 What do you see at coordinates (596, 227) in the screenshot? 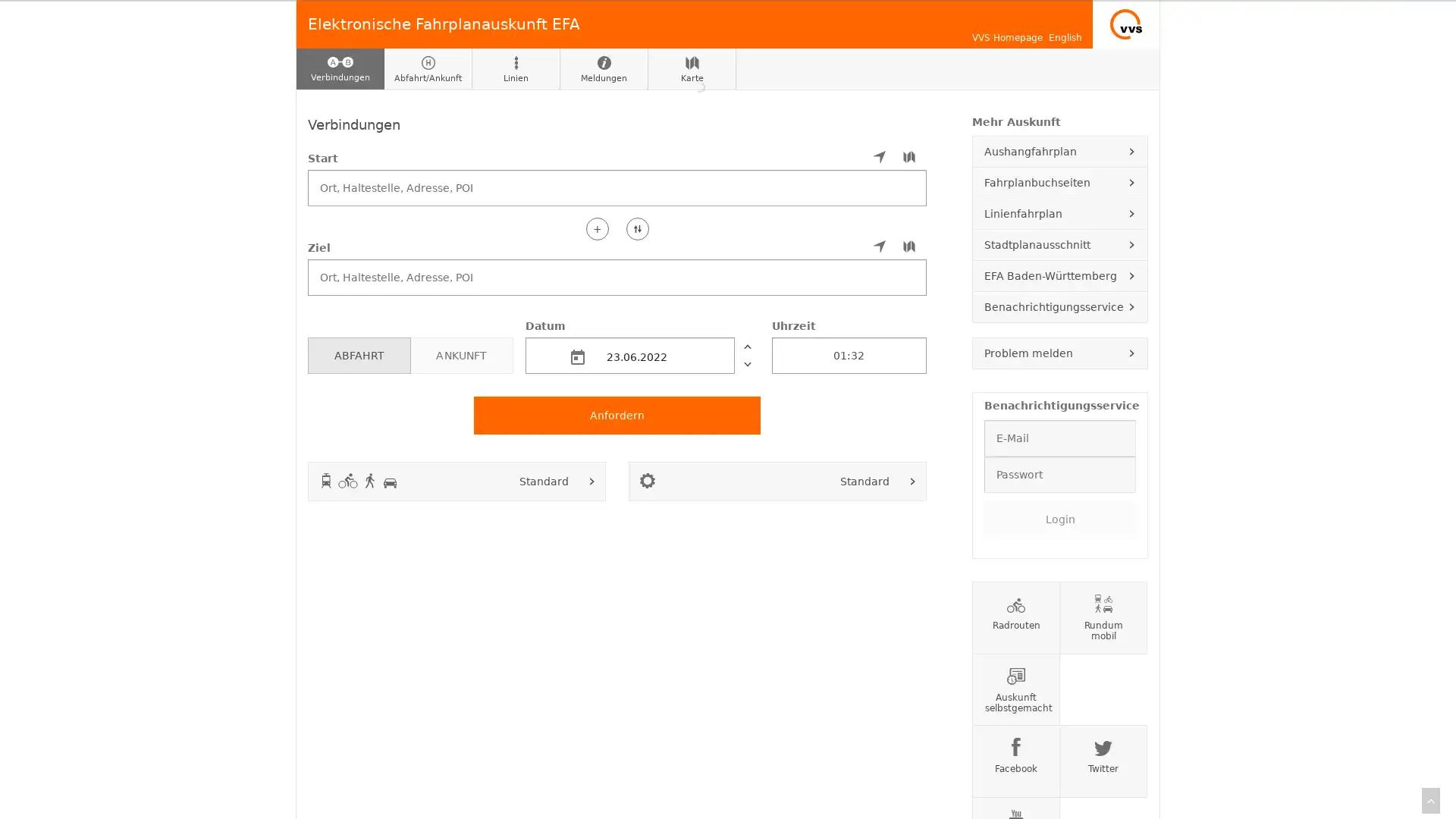
I see `+` at bounding box center [596, 227].